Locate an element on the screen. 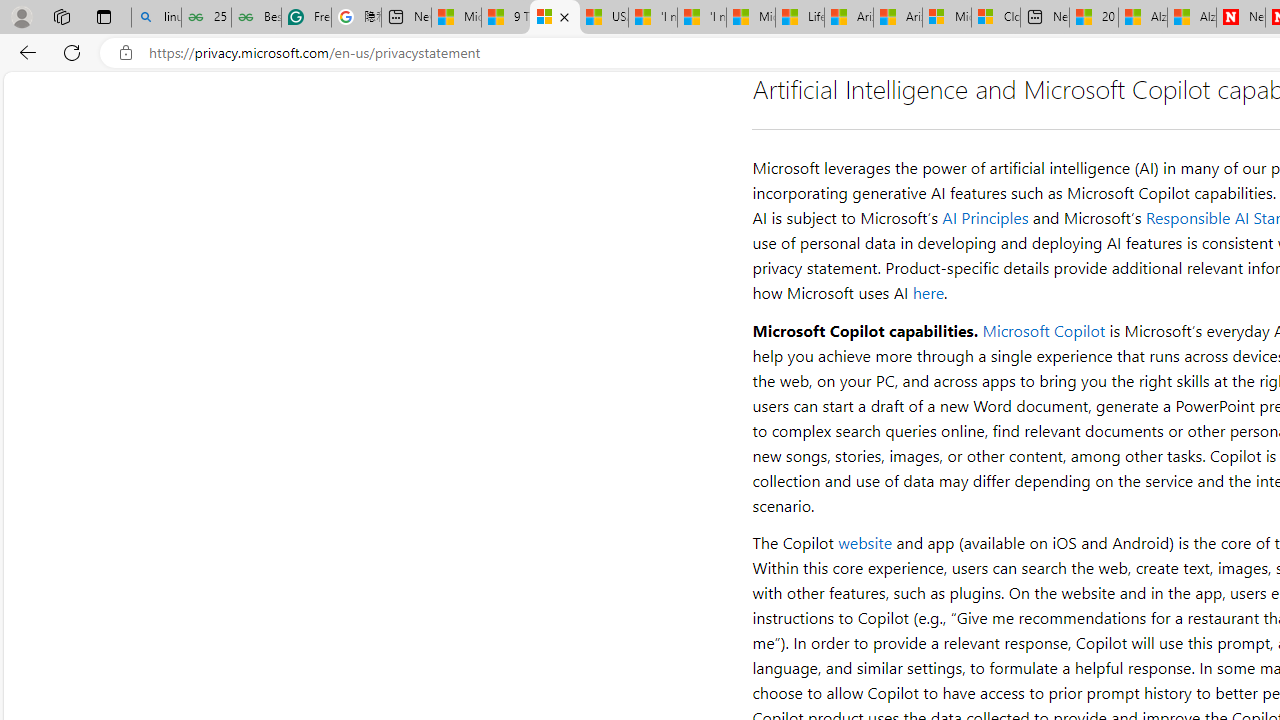 The image size is (1280, 720). 'Cloud Computing Services | Microsoft Azure' is located at coordinates (995, 17).